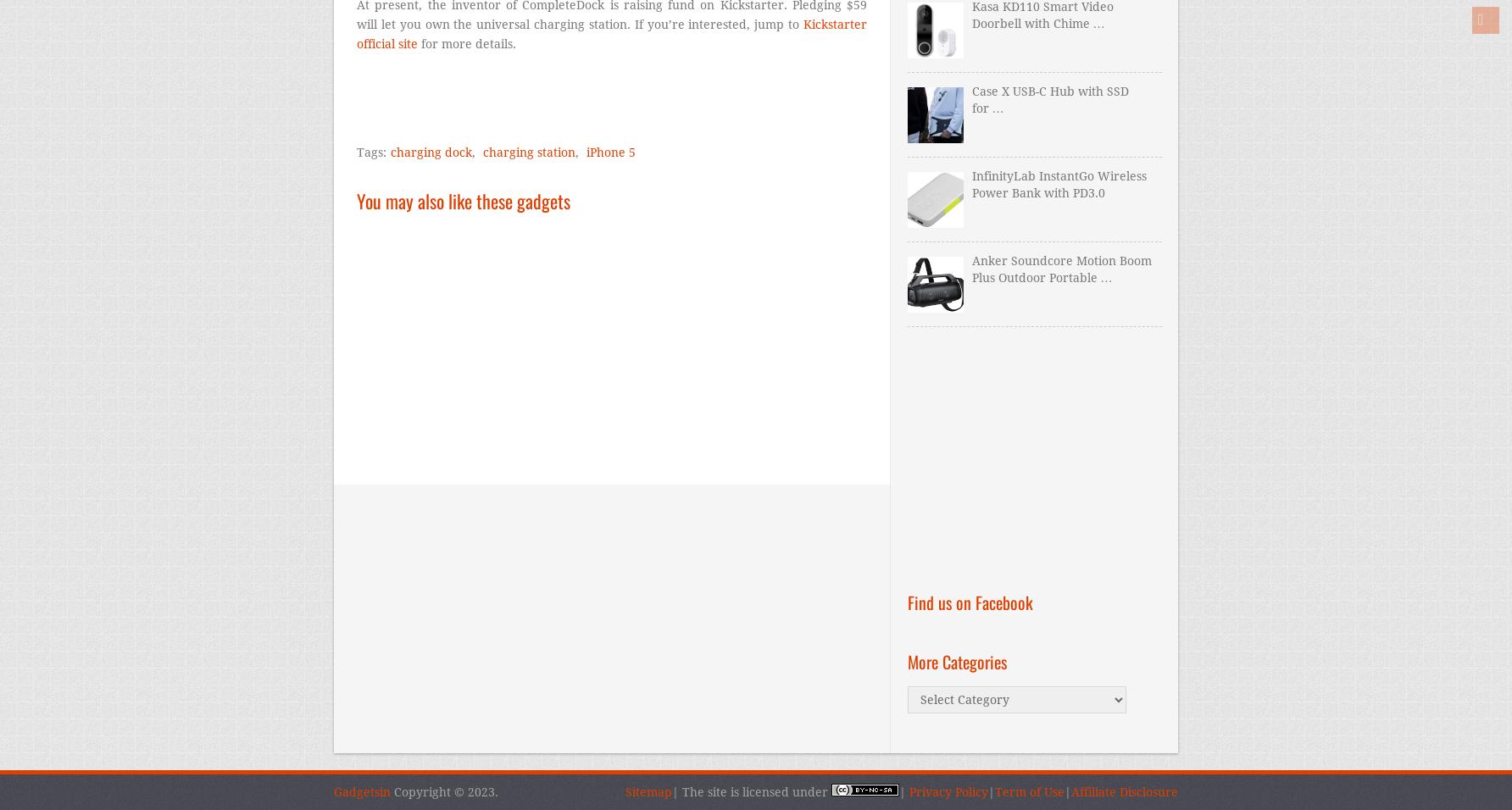 The height and width of the screenshot is (810, 1512). I want to click on 'for more details.', so click(467, 43).